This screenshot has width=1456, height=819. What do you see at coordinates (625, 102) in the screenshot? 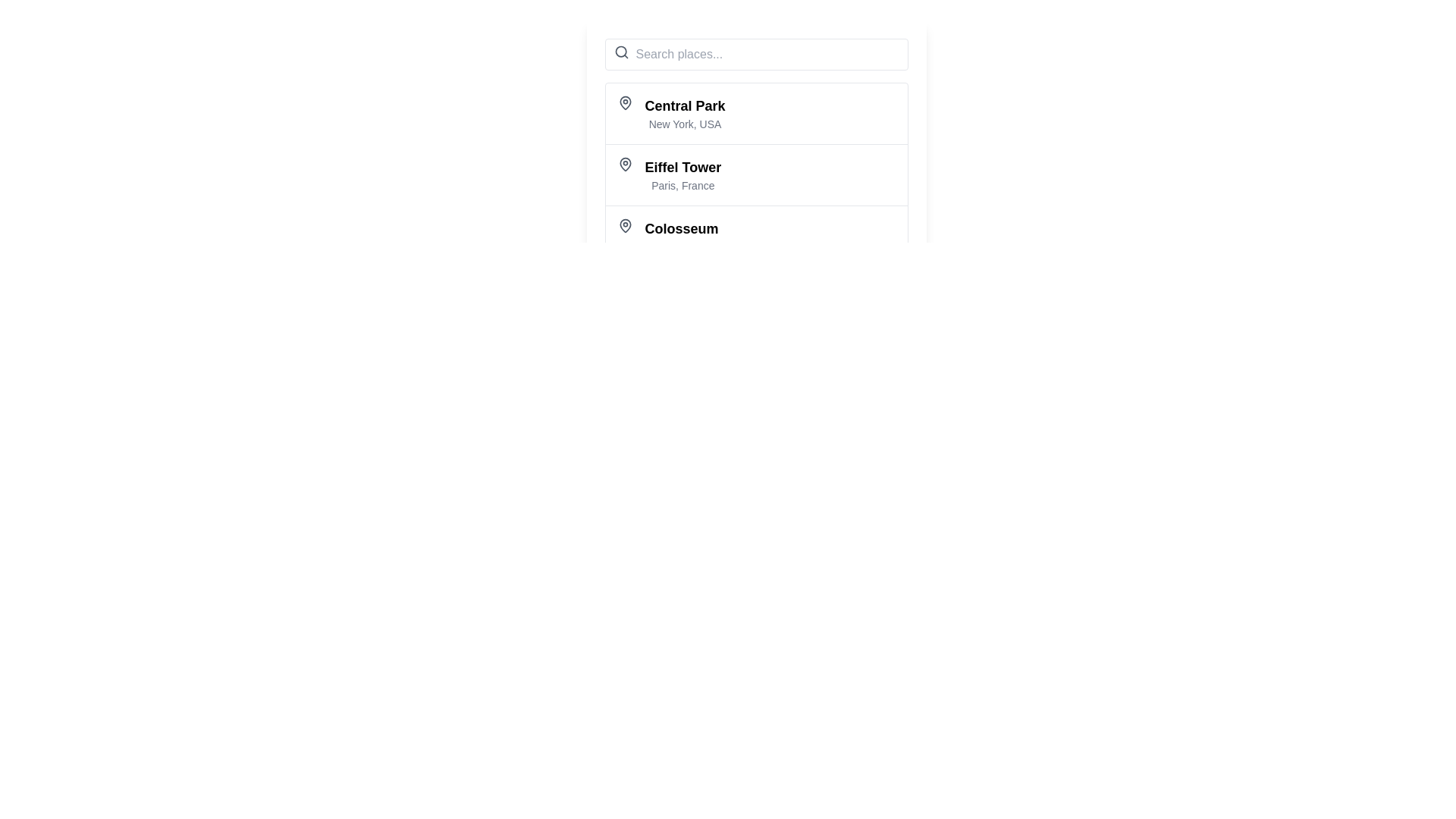
I see `the gray map pin icon located to the left of the 'Central Park' text entry` at bounding box center [625, 102].